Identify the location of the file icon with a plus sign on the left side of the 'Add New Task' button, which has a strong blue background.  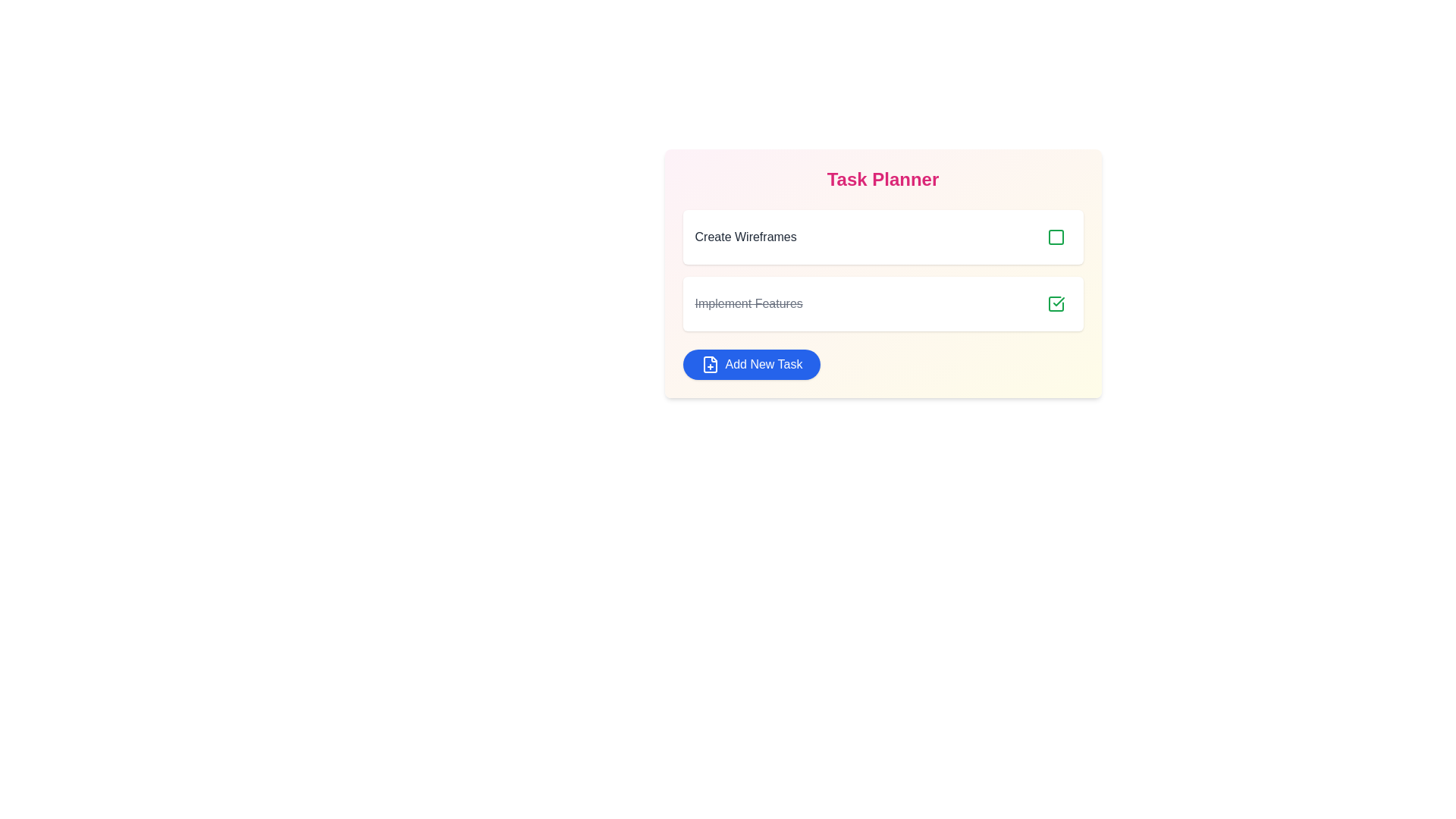
(709, 365).